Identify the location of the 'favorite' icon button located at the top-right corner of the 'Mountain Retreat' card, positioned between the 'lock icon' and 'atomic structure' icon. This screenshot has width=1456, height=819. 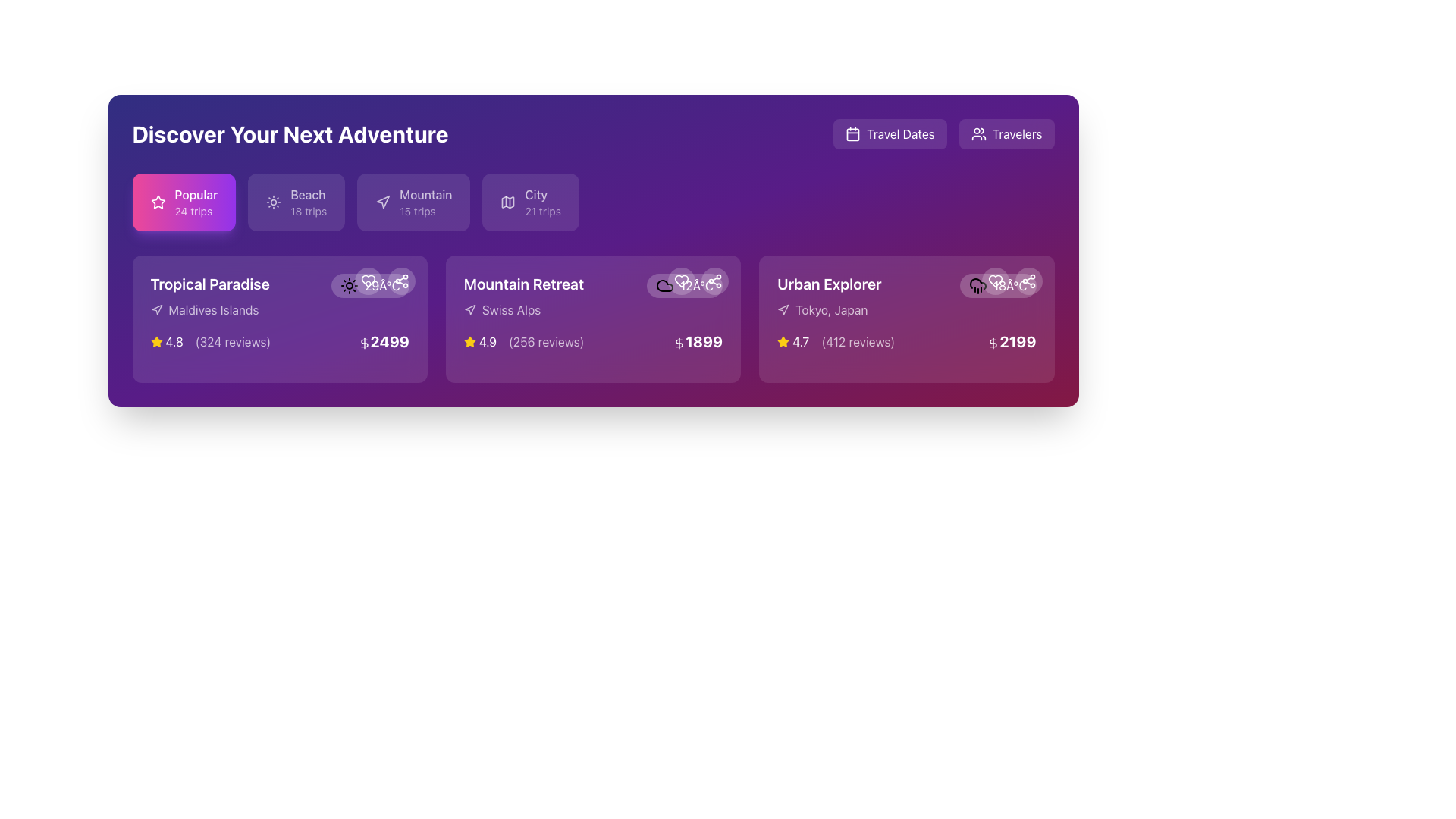
(681, 281).